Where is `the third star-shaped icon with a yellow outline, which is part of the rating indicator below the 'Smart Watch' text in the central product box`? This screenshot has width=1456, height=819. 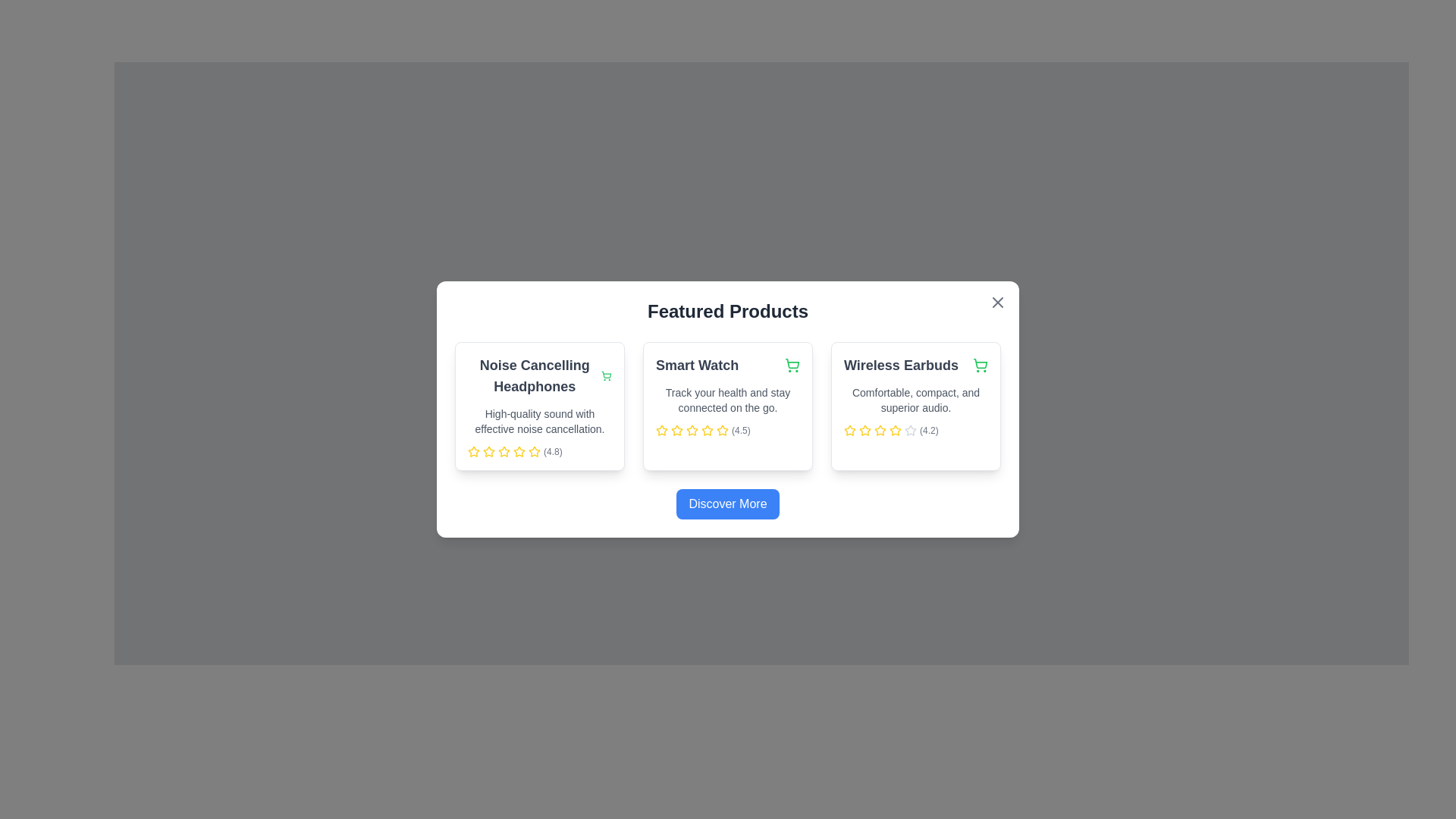
the third star-shaped icon with a yellow outline, which is part of the rating indicator below the 'Smart Watch' text in the central product box is located at coordinates (722, 430).